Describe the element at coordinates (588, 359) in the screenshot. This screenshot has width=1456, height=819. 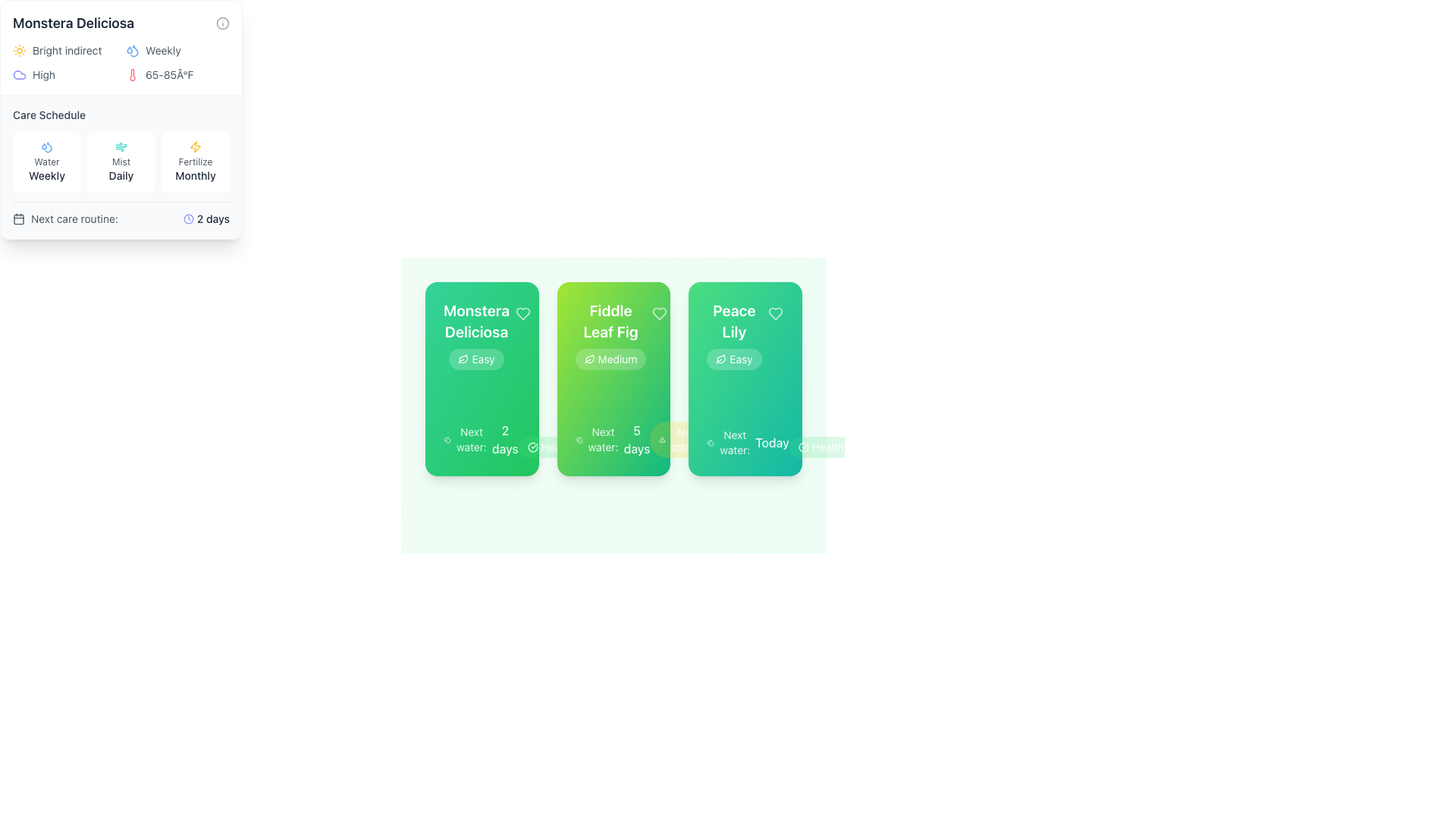
I see `the minimalist leaf icon located to the left of the text 'Medium' within the badge in the second card from the left` at that location.